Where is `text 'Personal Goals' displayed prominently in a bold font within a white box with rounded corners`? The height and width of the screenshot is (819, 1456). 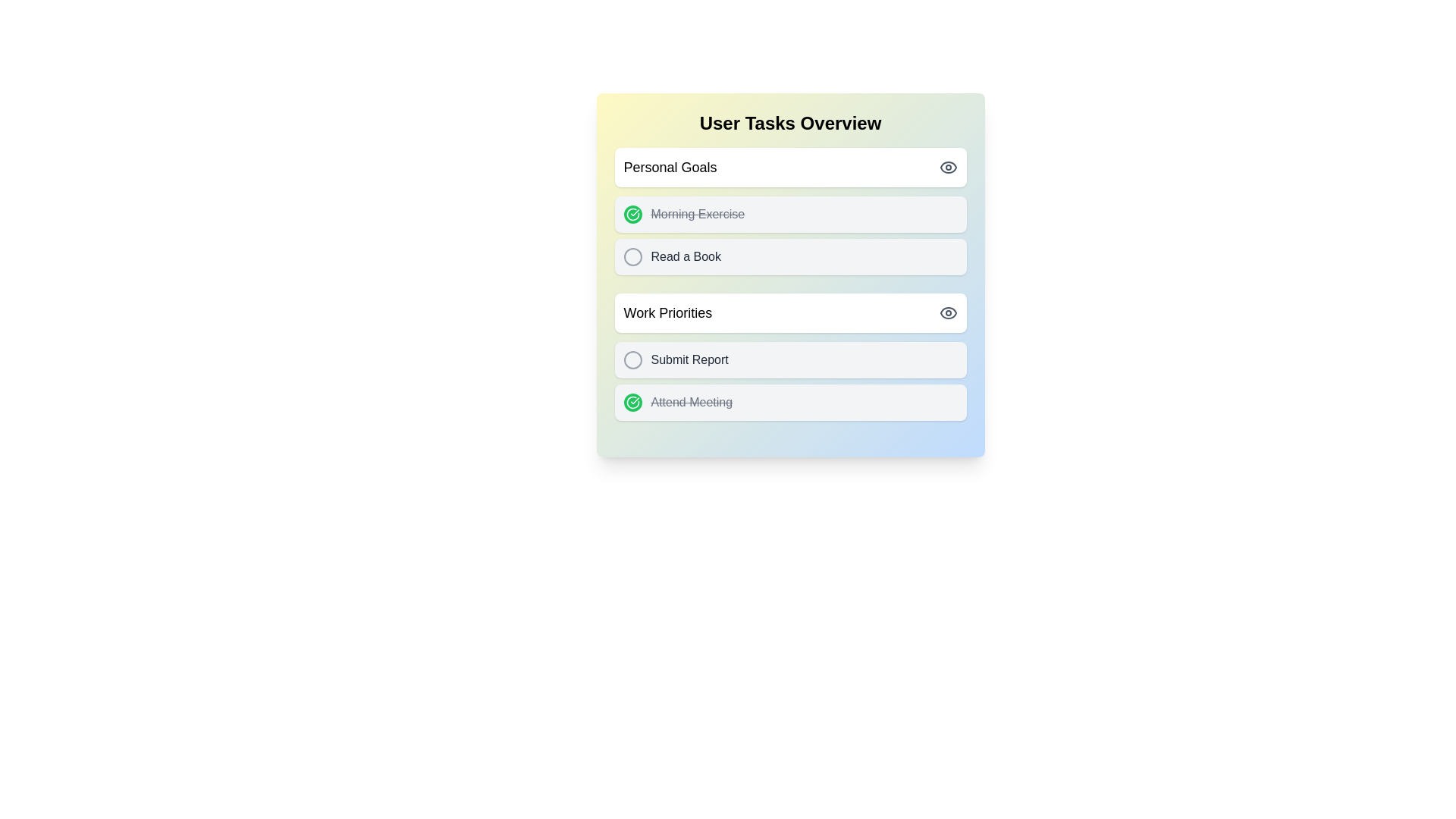
text 'Personal Goals' displayed prominently in a bold font within a white box with rounded corners is located at coordinates (669, 167).